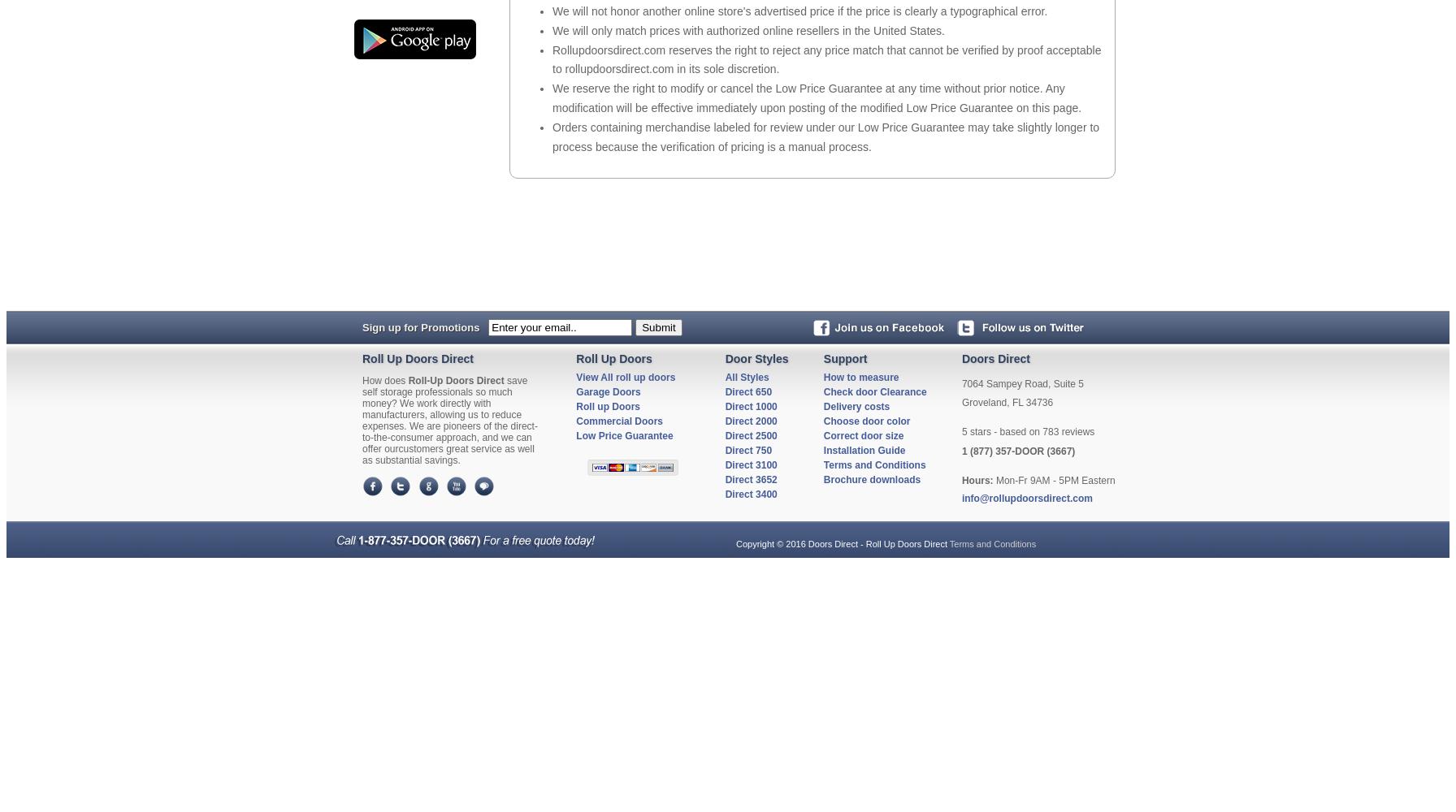  Describe the element at coordinates (1055, 479) in the screenshot. I see `'Mon-Fr 9AM - 5PM Eastern'` at that location.